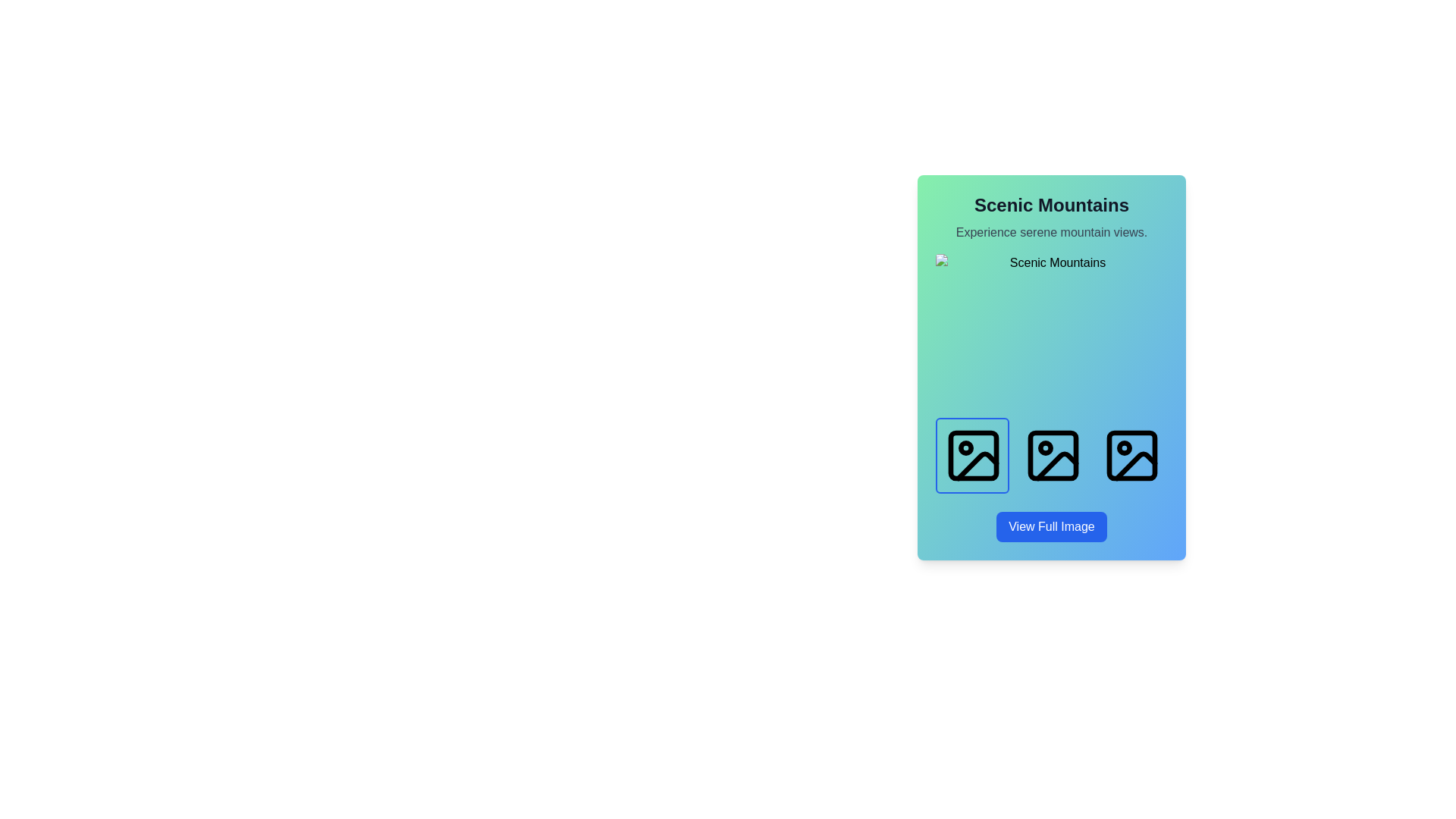 This screenshot has width=1456, height=819. I want to click on the Text block header with a subheading that serves as a descriptive title for the content related to scenic images, positioned at the top center of a card-like UI component, so click(1051, 217).